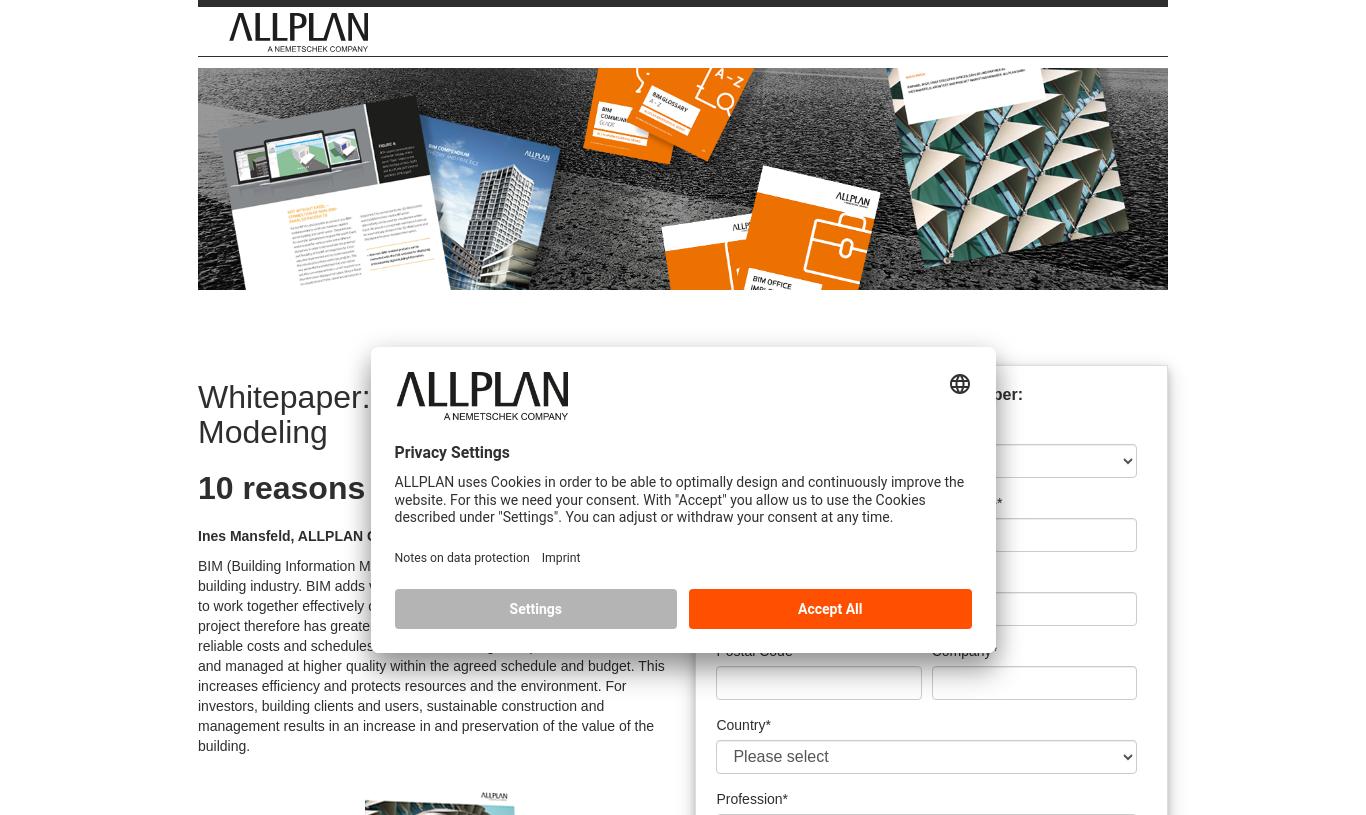  What do you see at coordinates (960, 648) in the screenshot?
I see `'Company'` at bounding box center [960, 648].